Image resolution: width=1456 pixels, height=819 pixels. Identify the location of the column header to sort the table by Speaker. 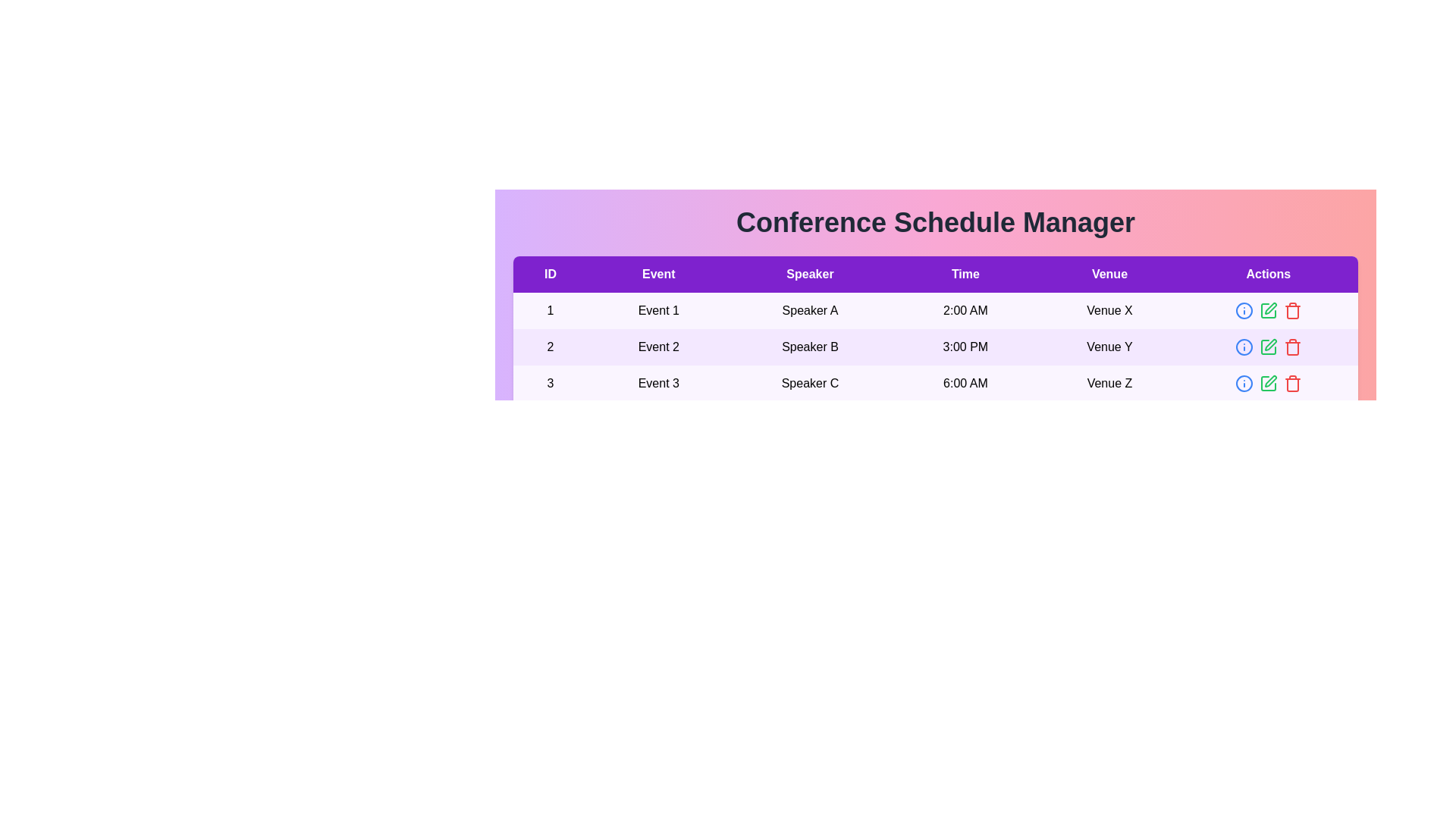
(809, 275).